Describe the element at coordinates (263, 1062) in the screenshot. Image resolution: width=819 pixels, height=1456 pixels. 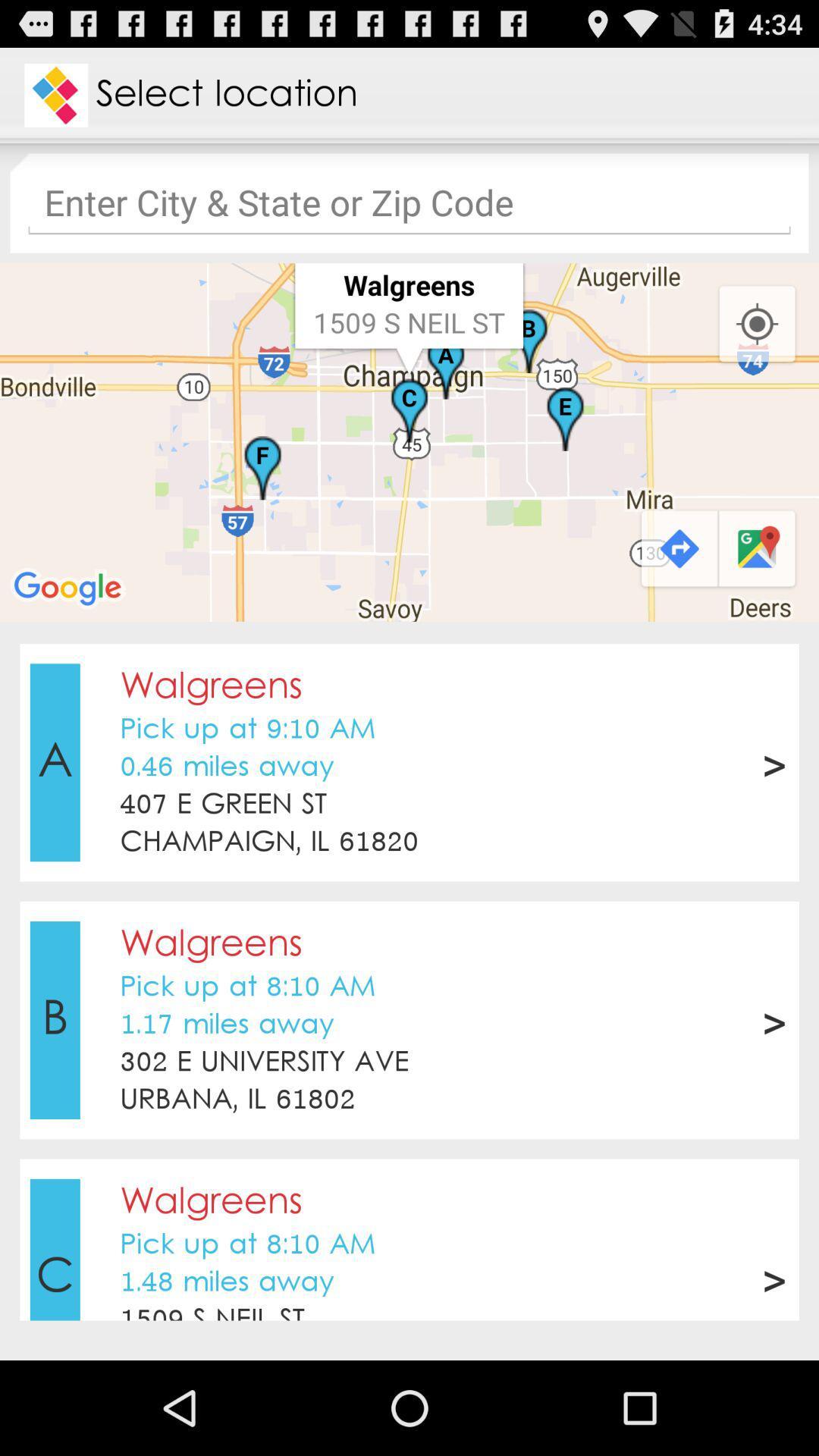
I see `the app above the urbana, il 61802 icon` at that location.